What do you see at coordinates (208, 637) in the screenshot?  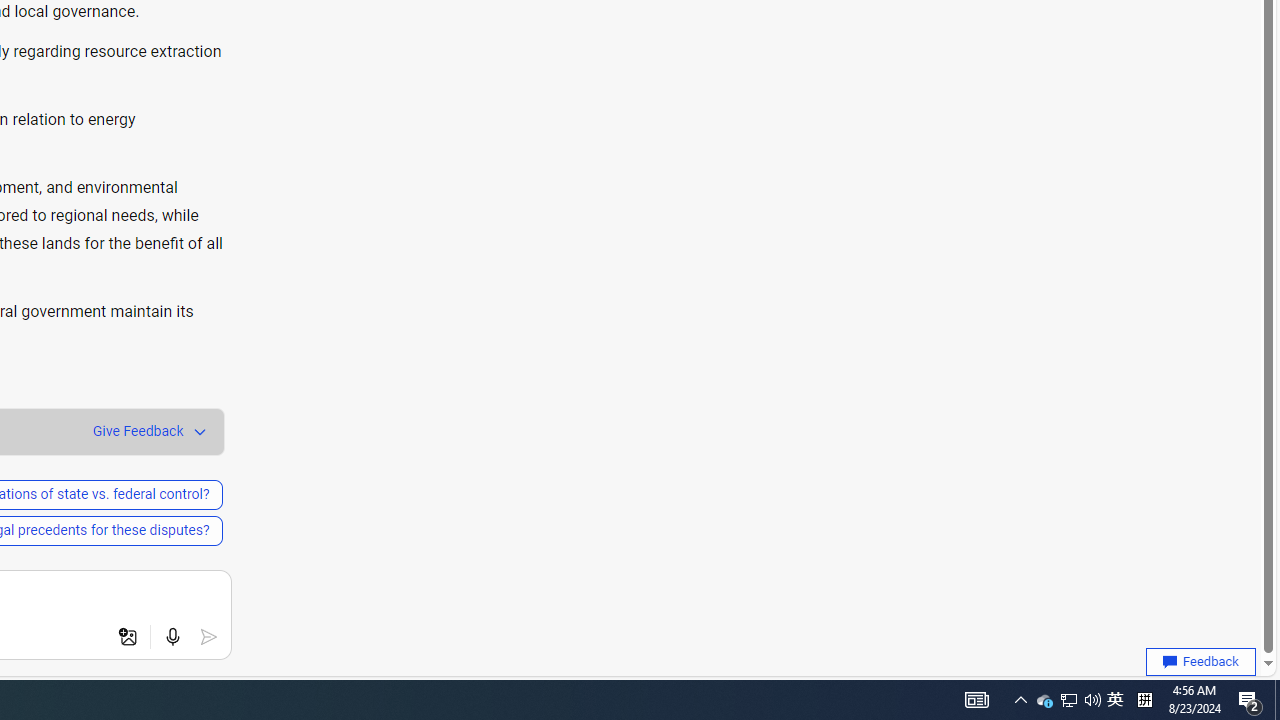 I see `'Submit'` at bounding box center [208, 637].